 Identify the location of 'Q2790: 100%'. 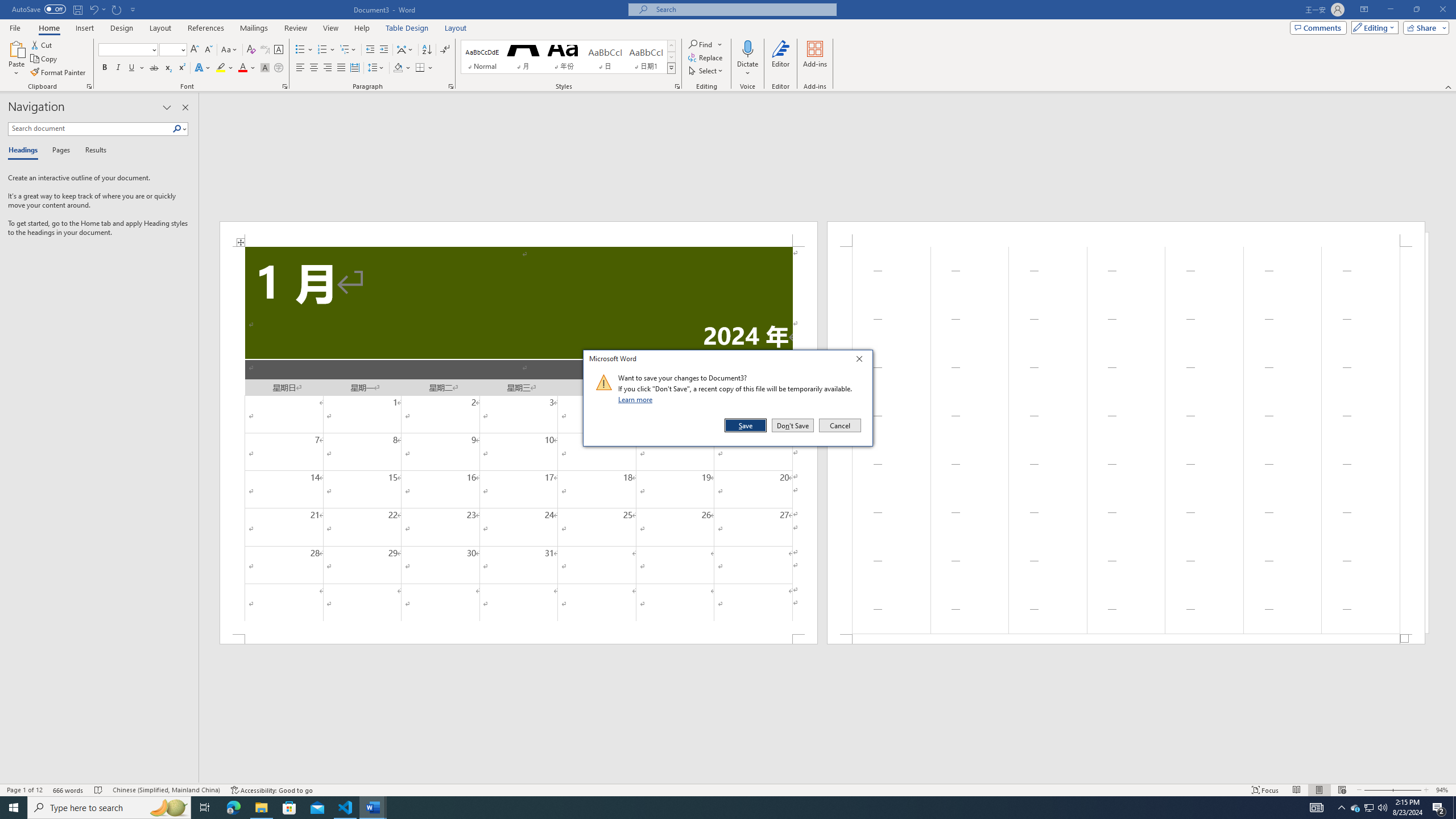
(1381, 806).